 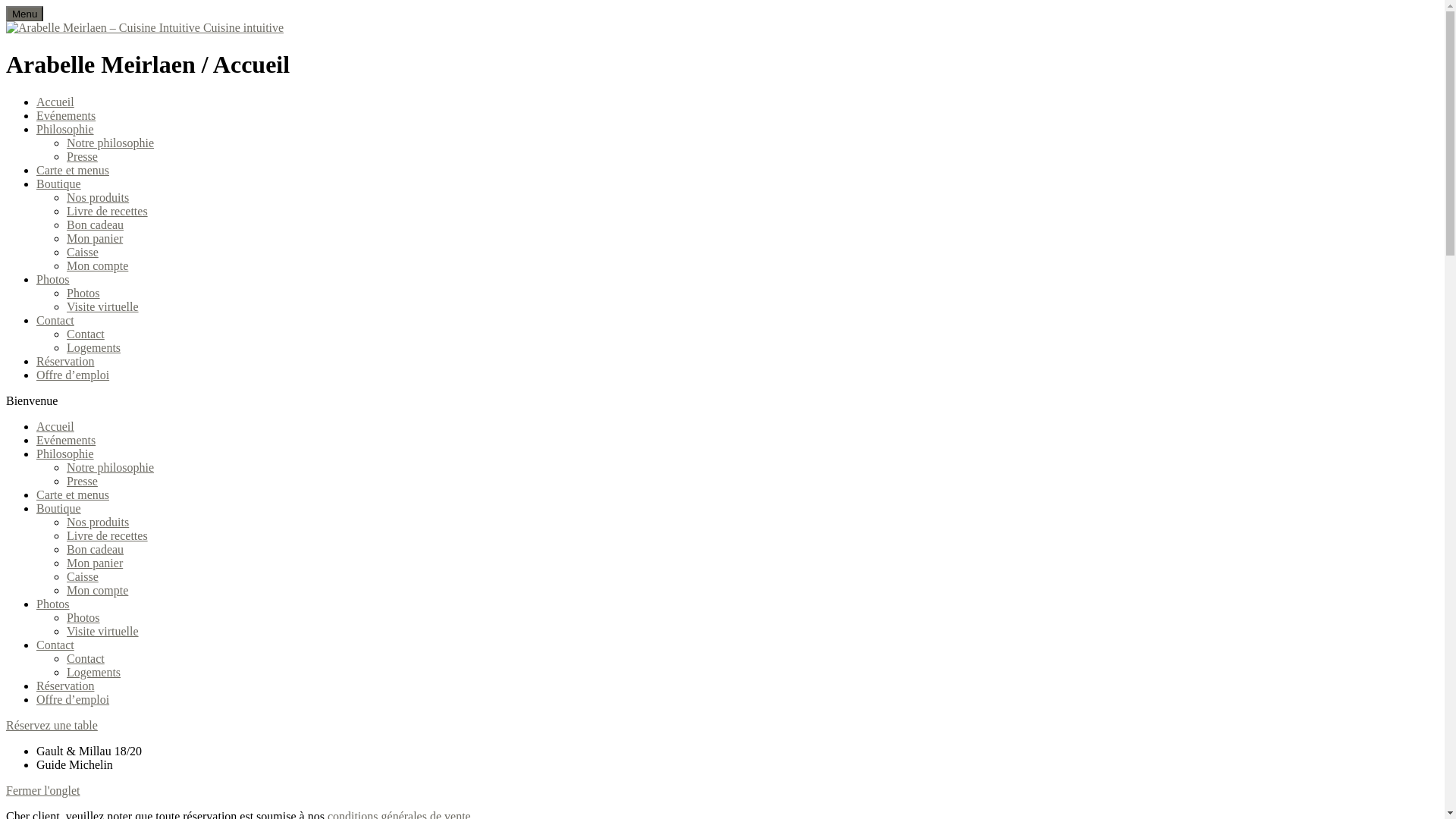 I want to click on 'Mon panier', so click(x=93, y=563).